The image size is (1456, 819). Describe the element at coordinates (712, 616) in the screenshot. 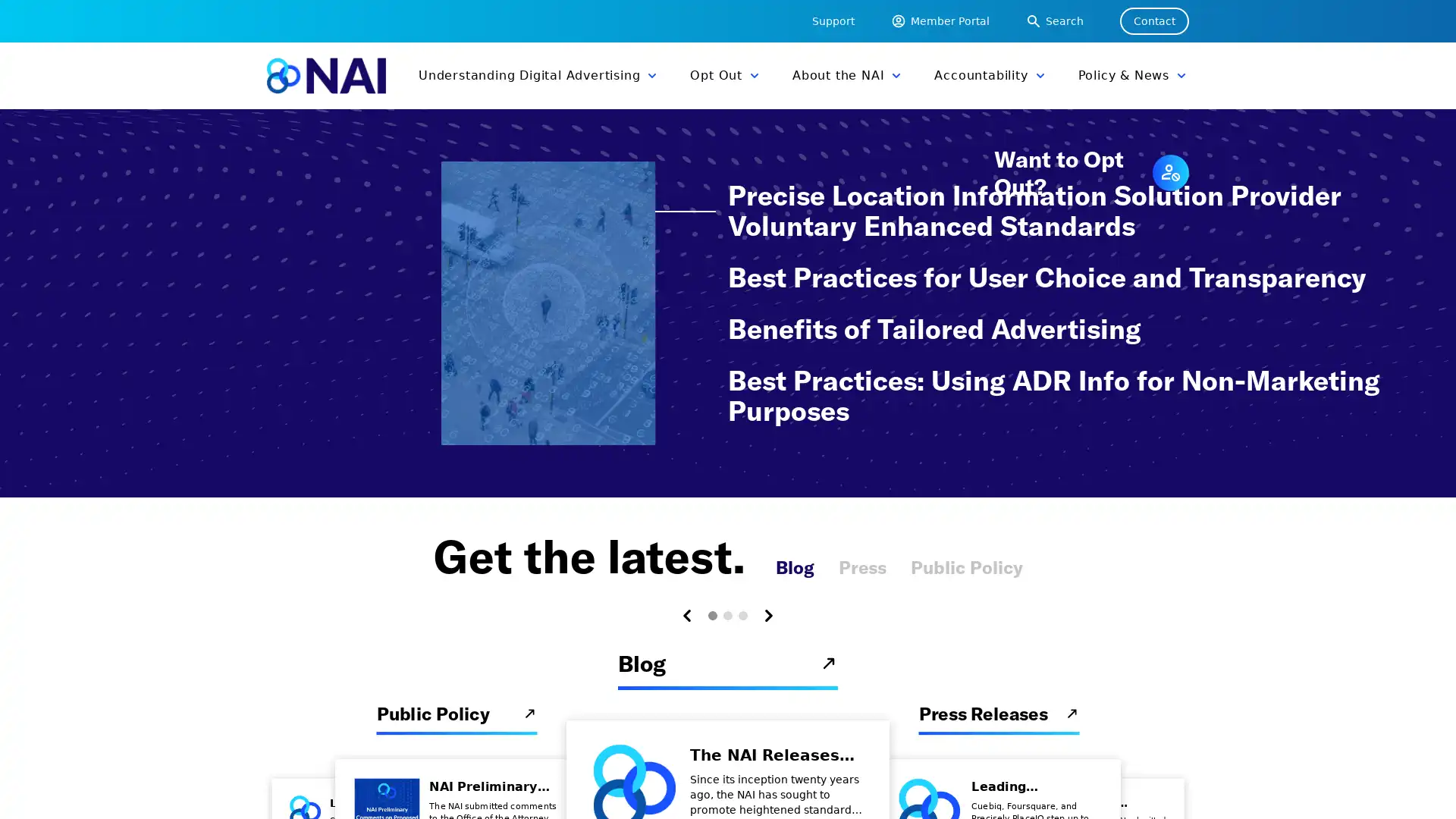

I see `Carousel Page 1 (Current Slide)` at that location.